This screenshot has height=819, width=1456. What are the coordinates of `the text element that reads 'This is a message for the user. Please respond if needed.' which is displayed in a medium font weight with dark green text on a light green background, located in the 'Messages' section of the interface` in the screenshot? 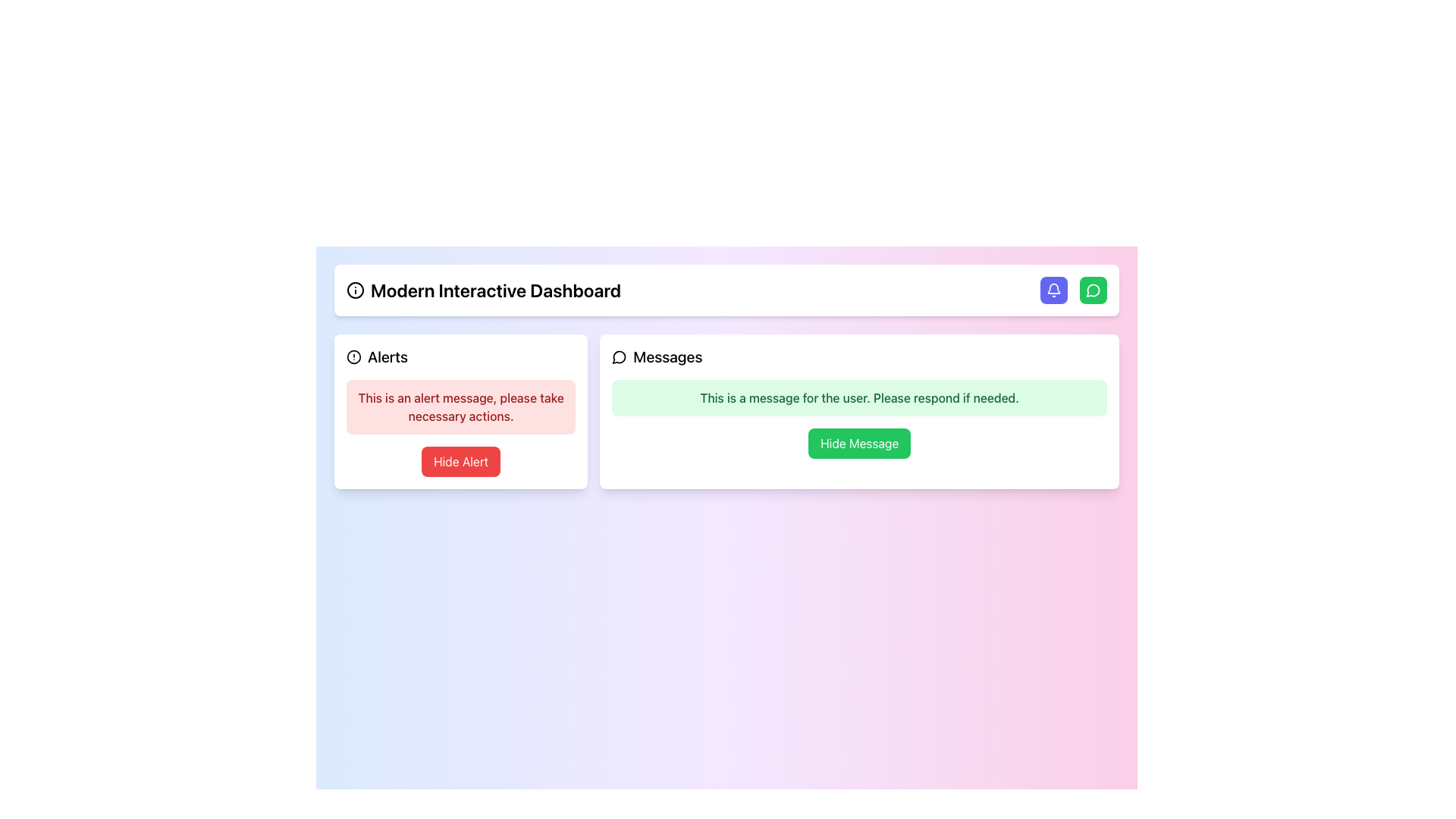 It's located at (859, 397).